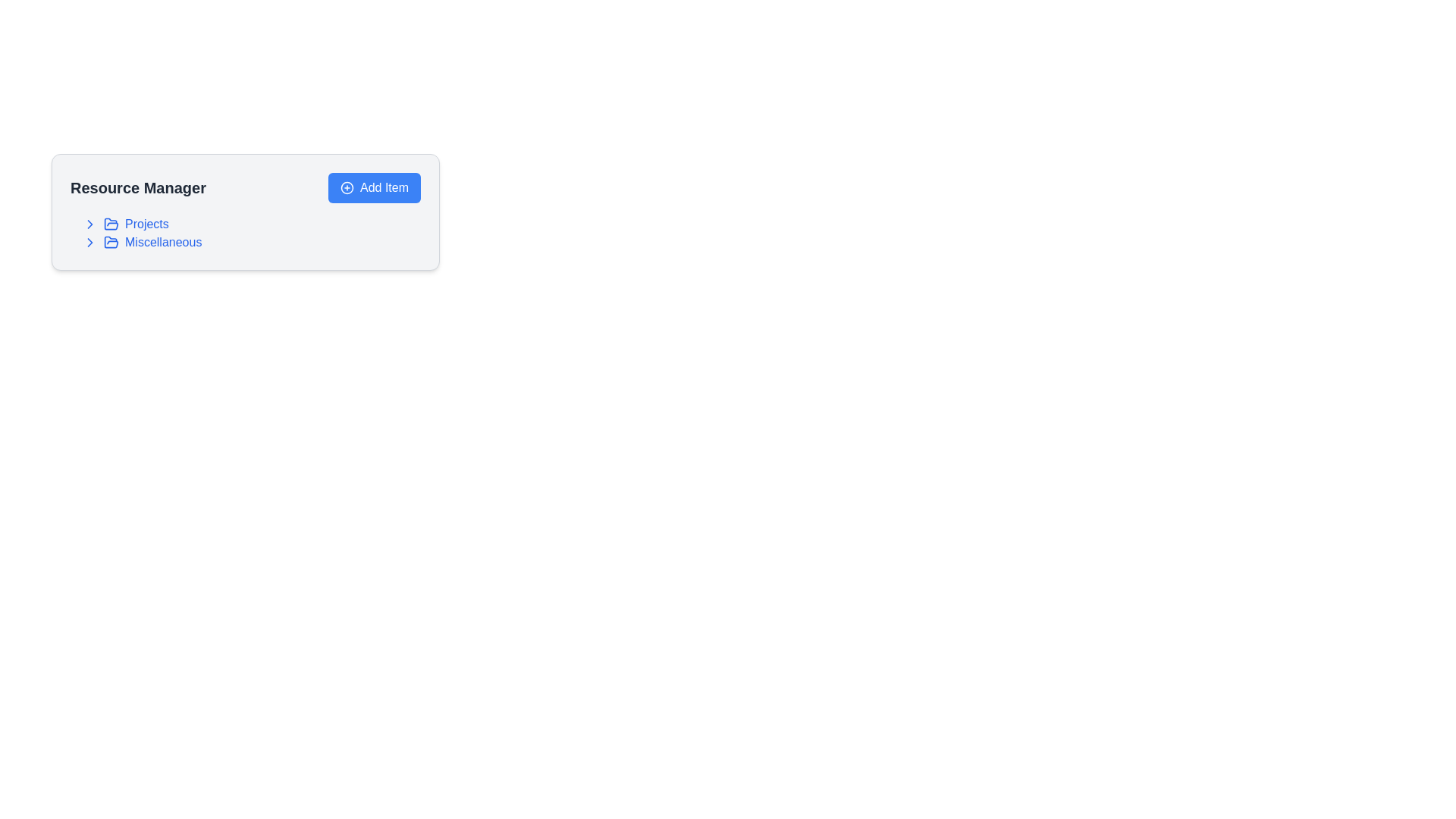  Describe the element at coordinates (163, 242) in the screenshot. I see `the second clickable label or link in the 'Resource Manager' sidebar` at that location.